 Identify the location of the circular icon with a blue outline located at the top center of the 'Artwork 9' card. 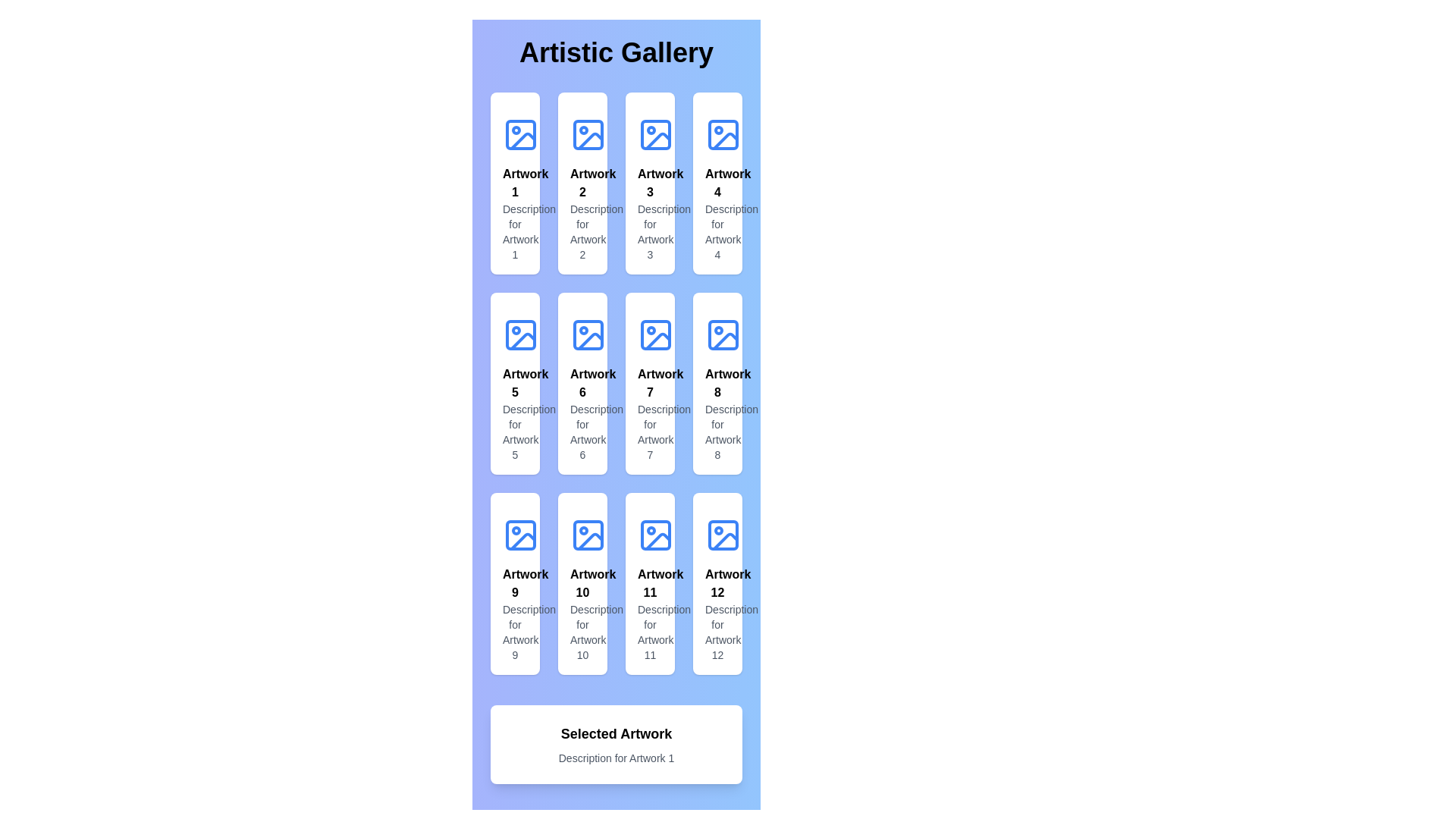
(520, 534).